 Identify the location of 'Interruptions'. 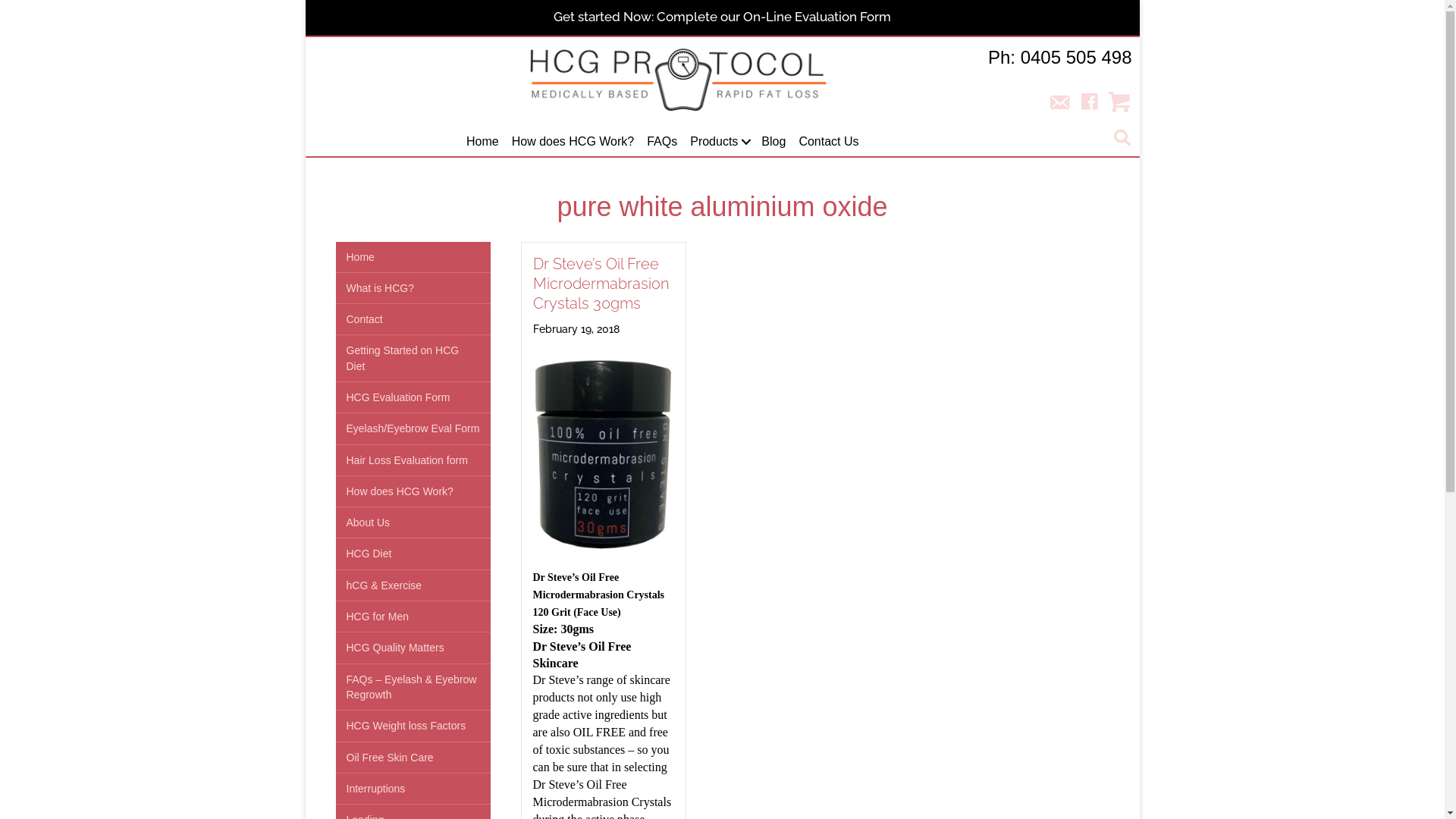
(412, 788).